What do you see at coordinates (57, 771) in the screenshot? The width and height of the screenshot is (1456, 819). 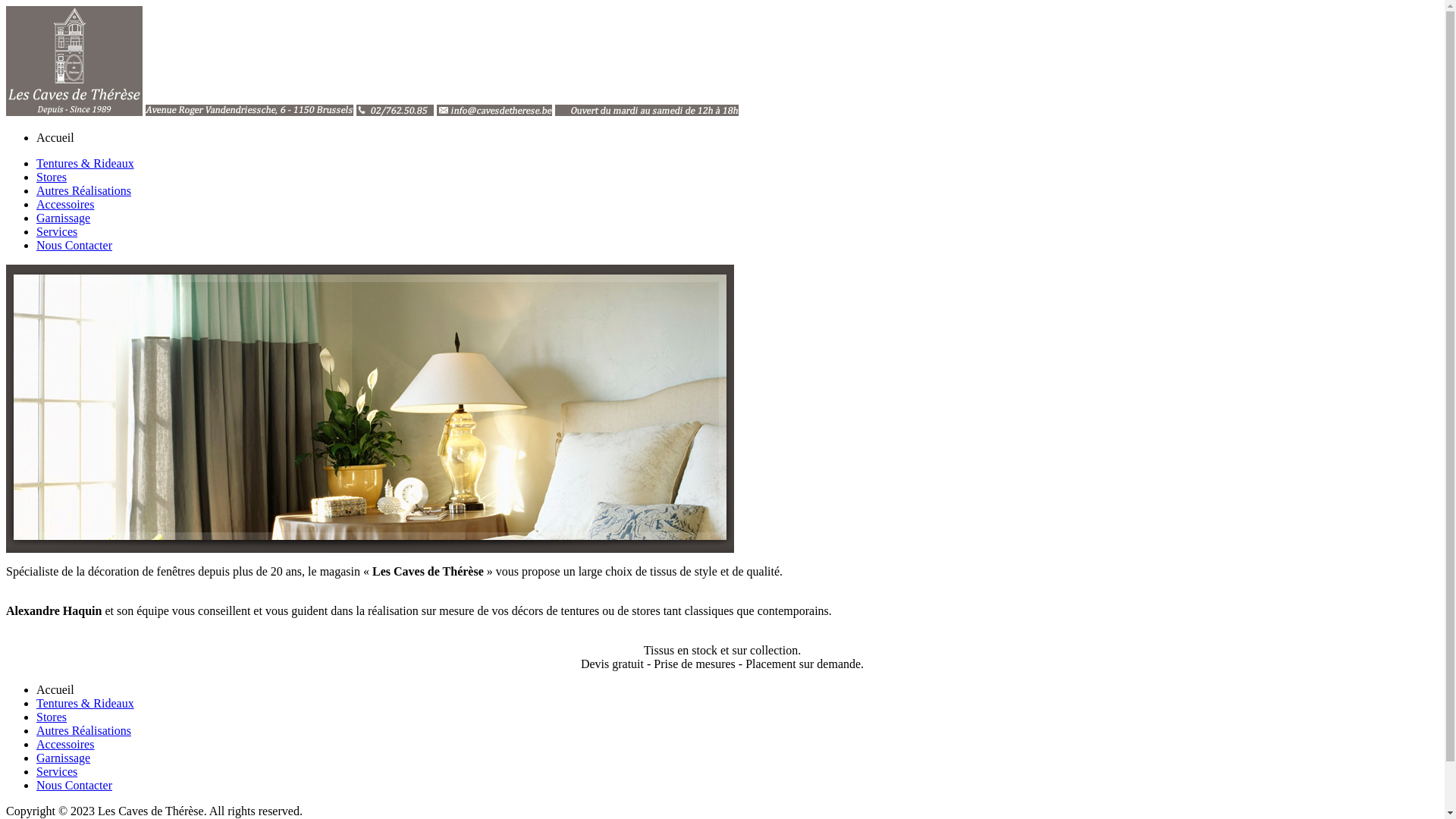 I see `'Services'` at bounding box center [57, 771].